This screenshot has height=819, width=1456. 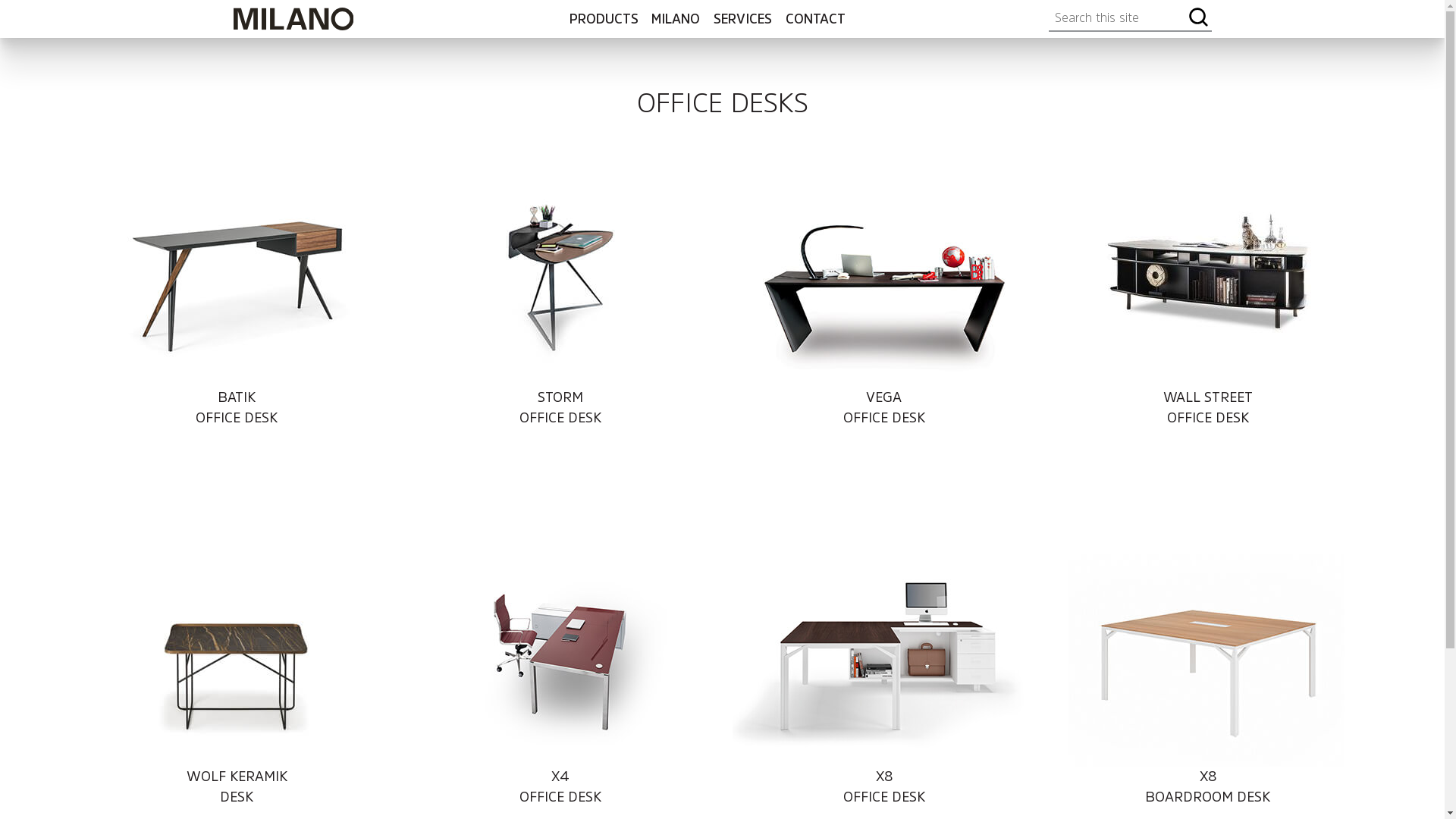 What do you see at coordinates (560, 311) in the screenshot?
I see `'STORM` at bounding box center [560, 311].